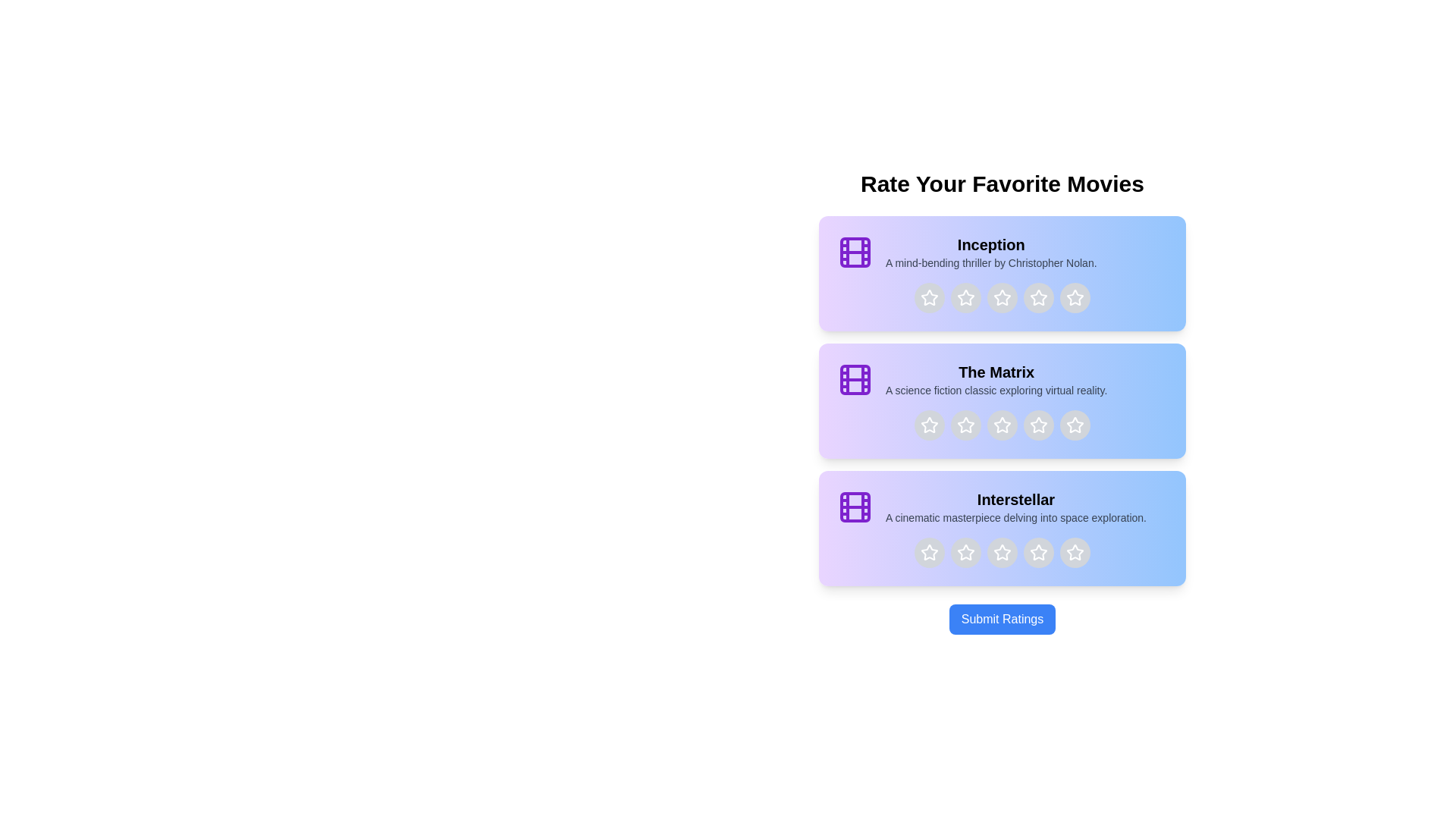 The image size is (1456, 819). What do you see at coordinates (965, 298) in the screenshot?
I see `the star corresponding to 2 stars for the movie titled Inception` at bounding box center [965, 298].